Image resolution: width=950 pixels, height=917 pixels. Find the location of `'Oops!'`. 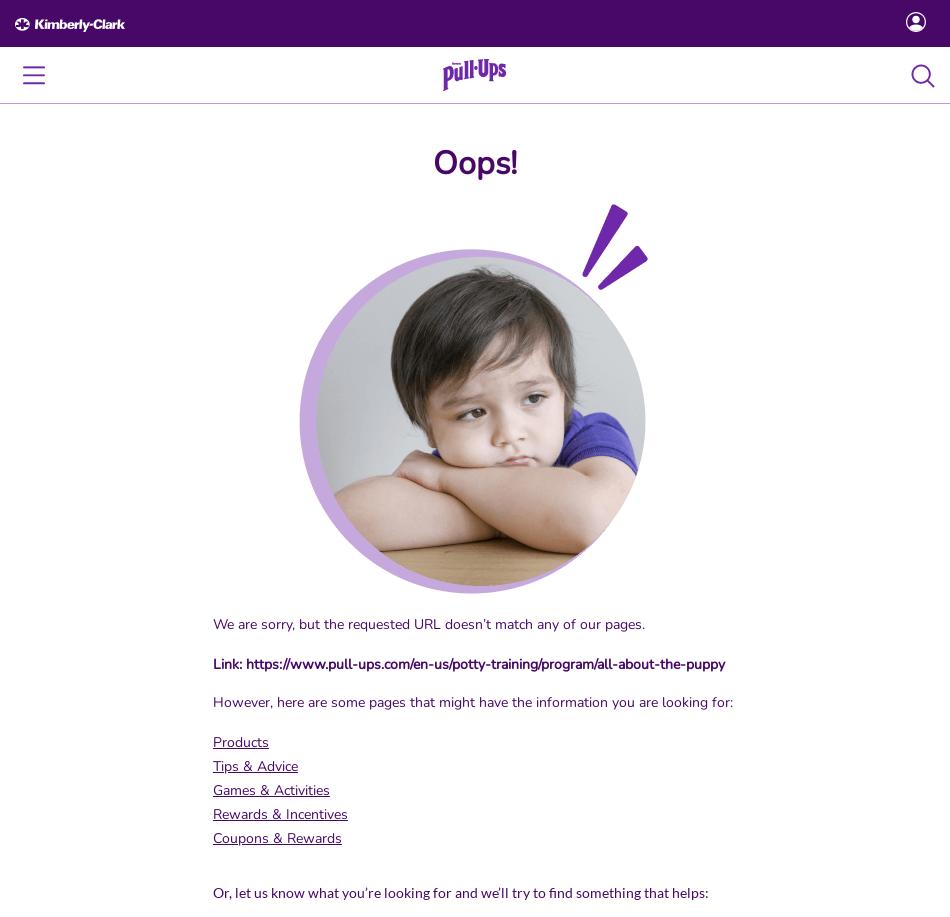

'Oops!' is located at coordinates (475, 163).